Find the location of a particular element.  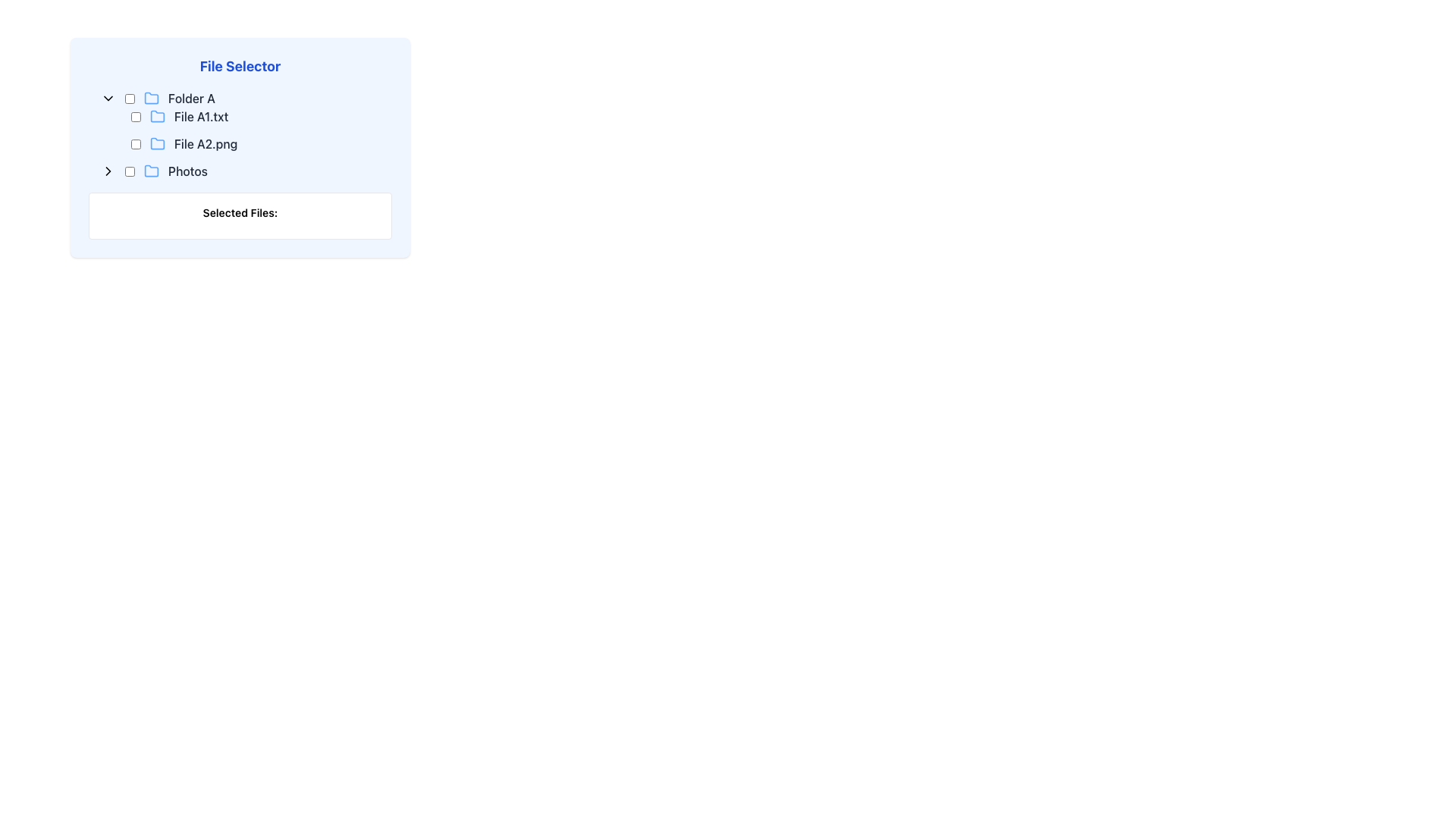

the text label that serves as the name for a file in the file selector interface, located to the right of the checkbox and folder icon is located at coordinates (205, 143).